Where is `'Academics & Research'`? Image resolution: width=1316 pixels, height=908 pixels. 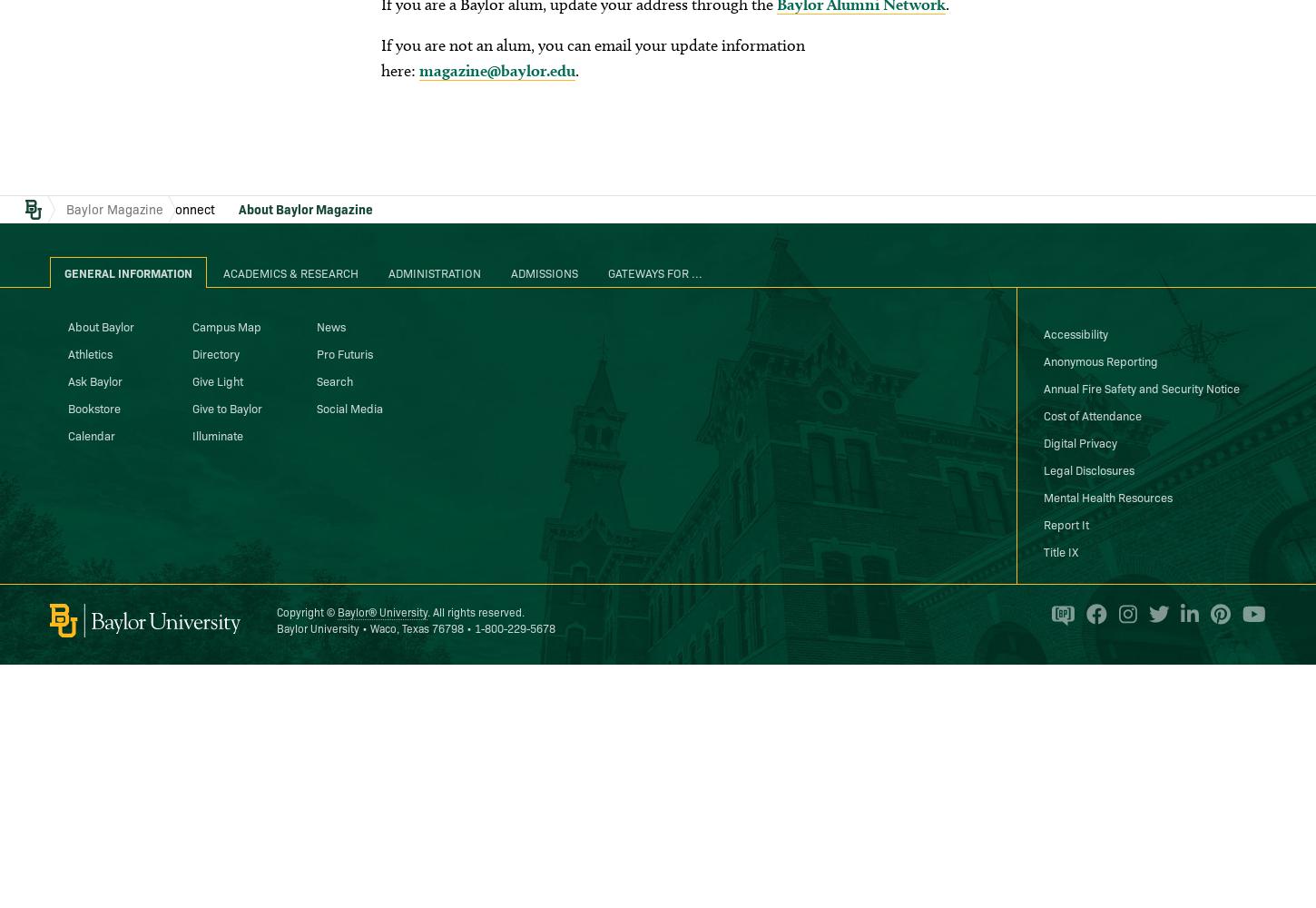
'Academics & Research' is located at coordinates (290, 271).